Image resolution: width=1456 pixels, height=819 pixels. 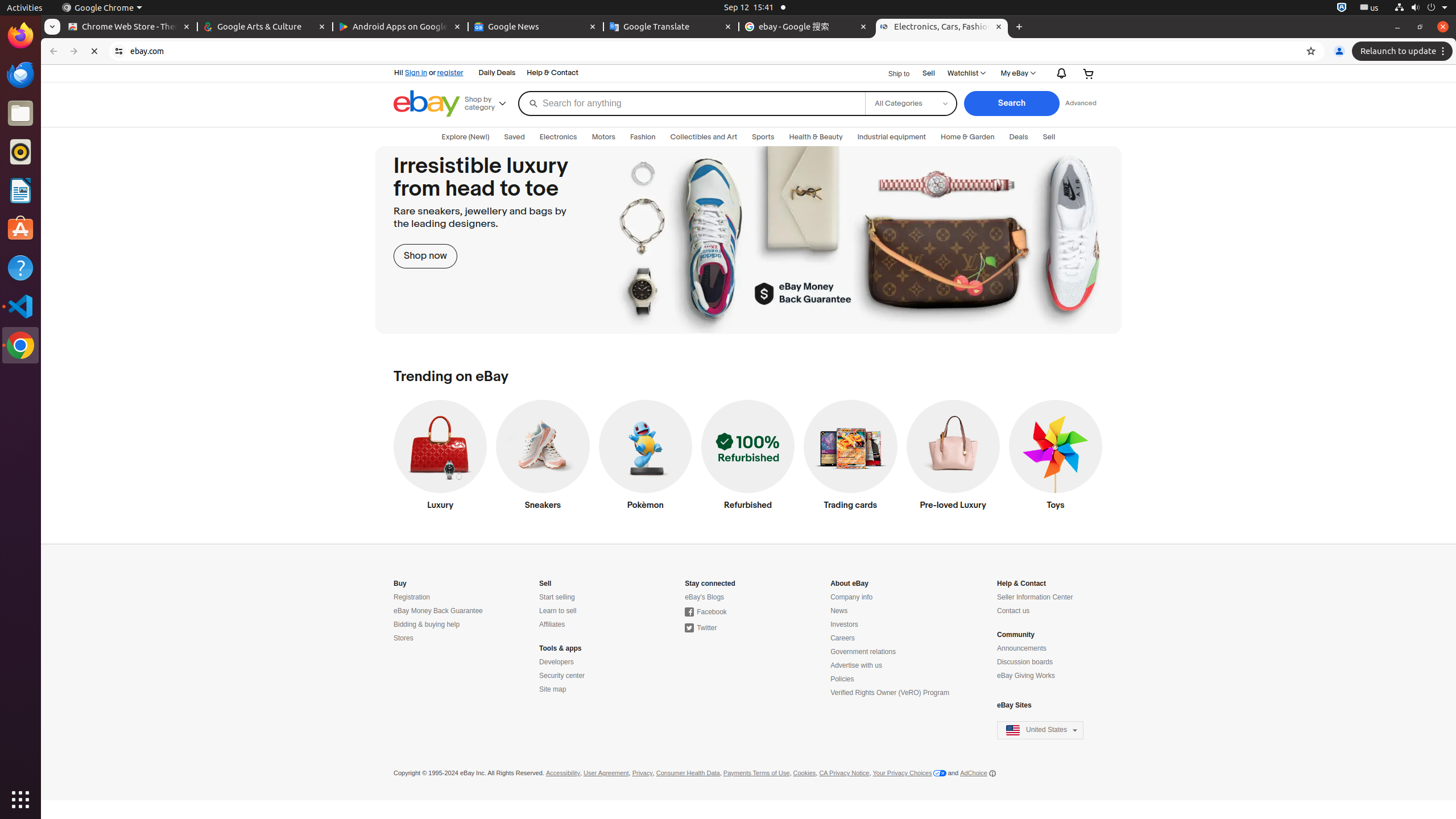 I want to click on 'Visual Studio Code', so click(x=20, y=305).